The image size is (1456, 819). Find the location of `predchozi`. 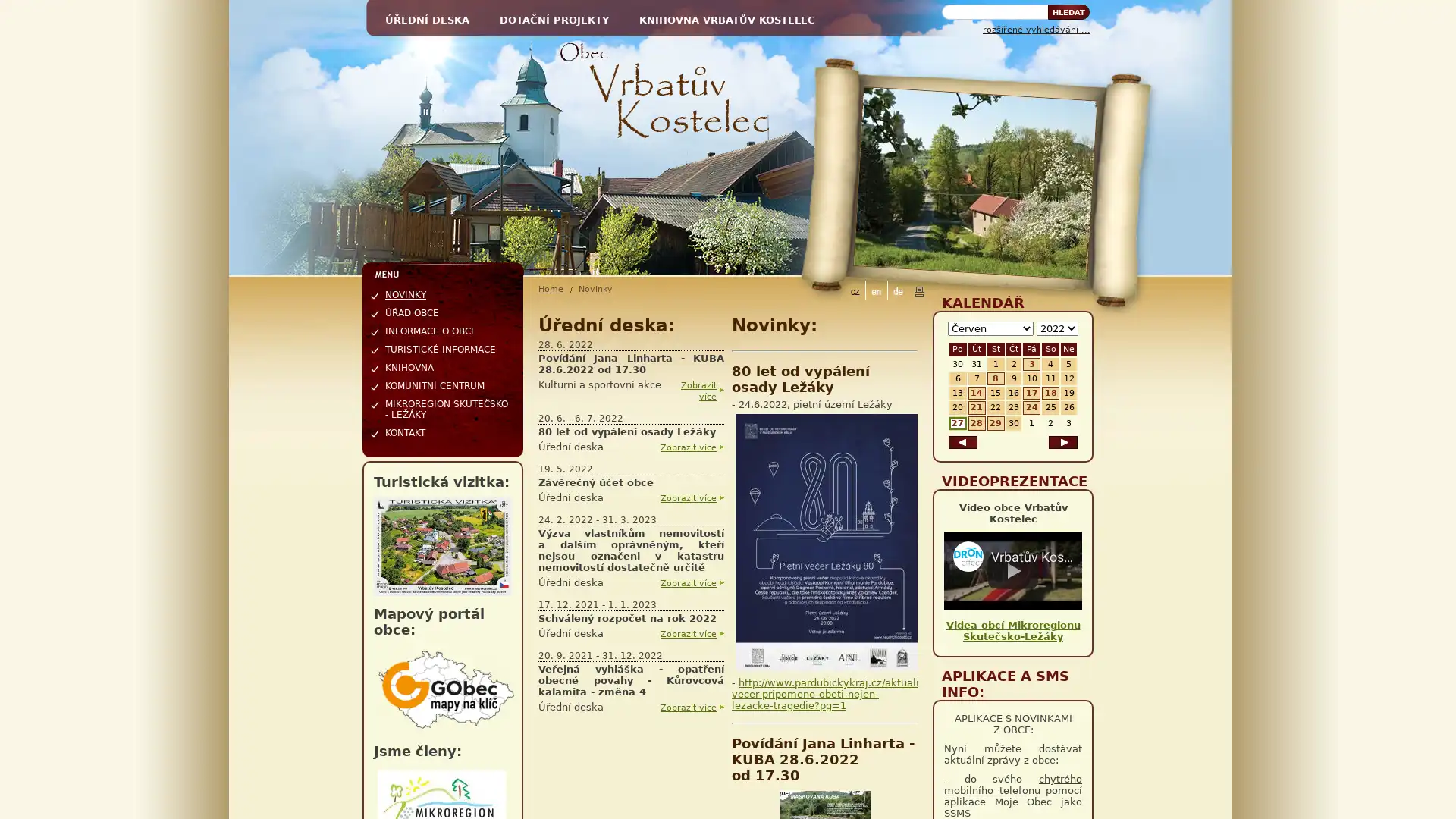

predchozi is located at coordinates (962, 441).